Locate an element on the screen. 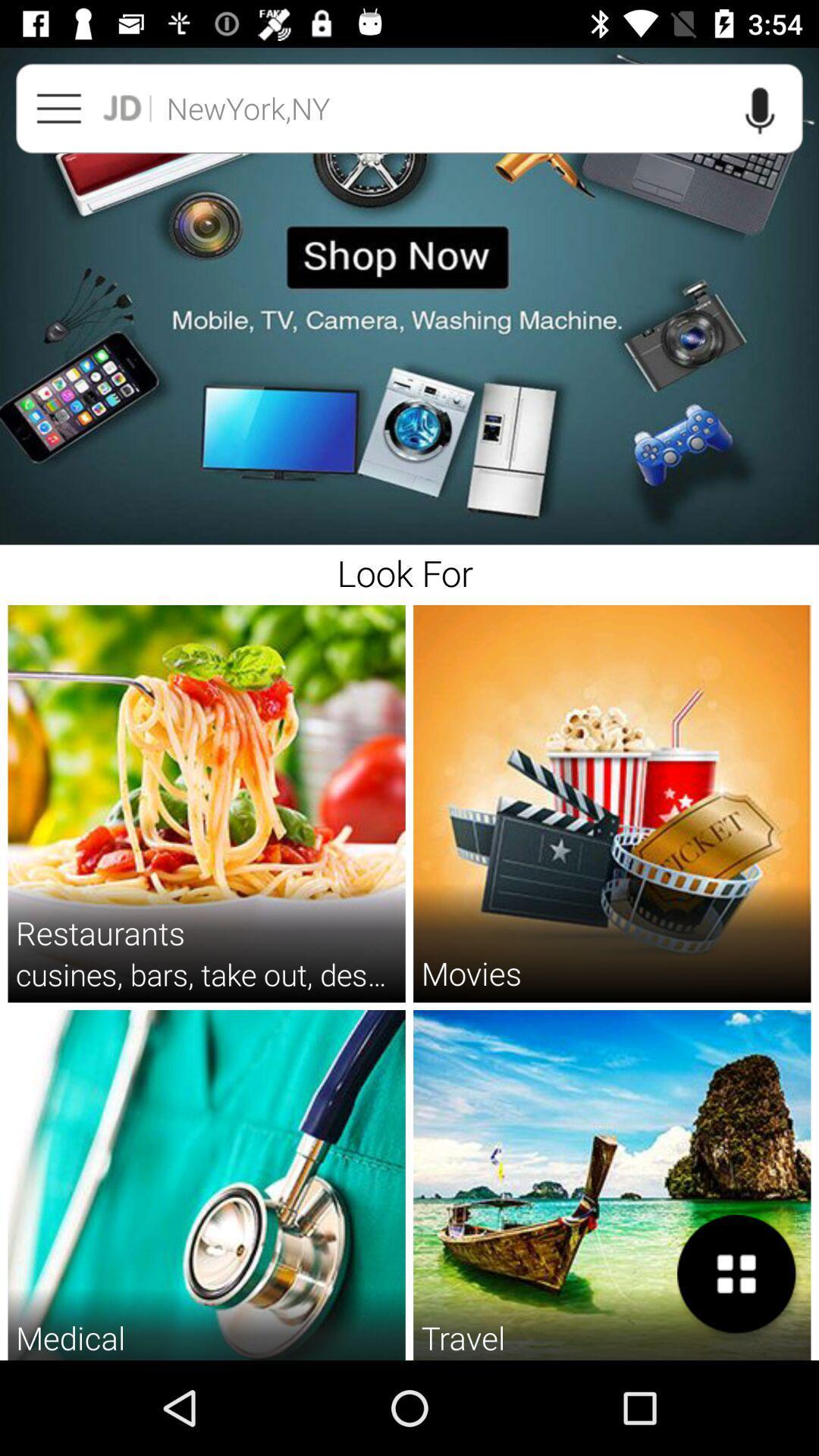 Image resolution: width=819 pixels, height=1456 pixels. the doctors hospitals diagnostic icon is located at coordinates (206, 1360).